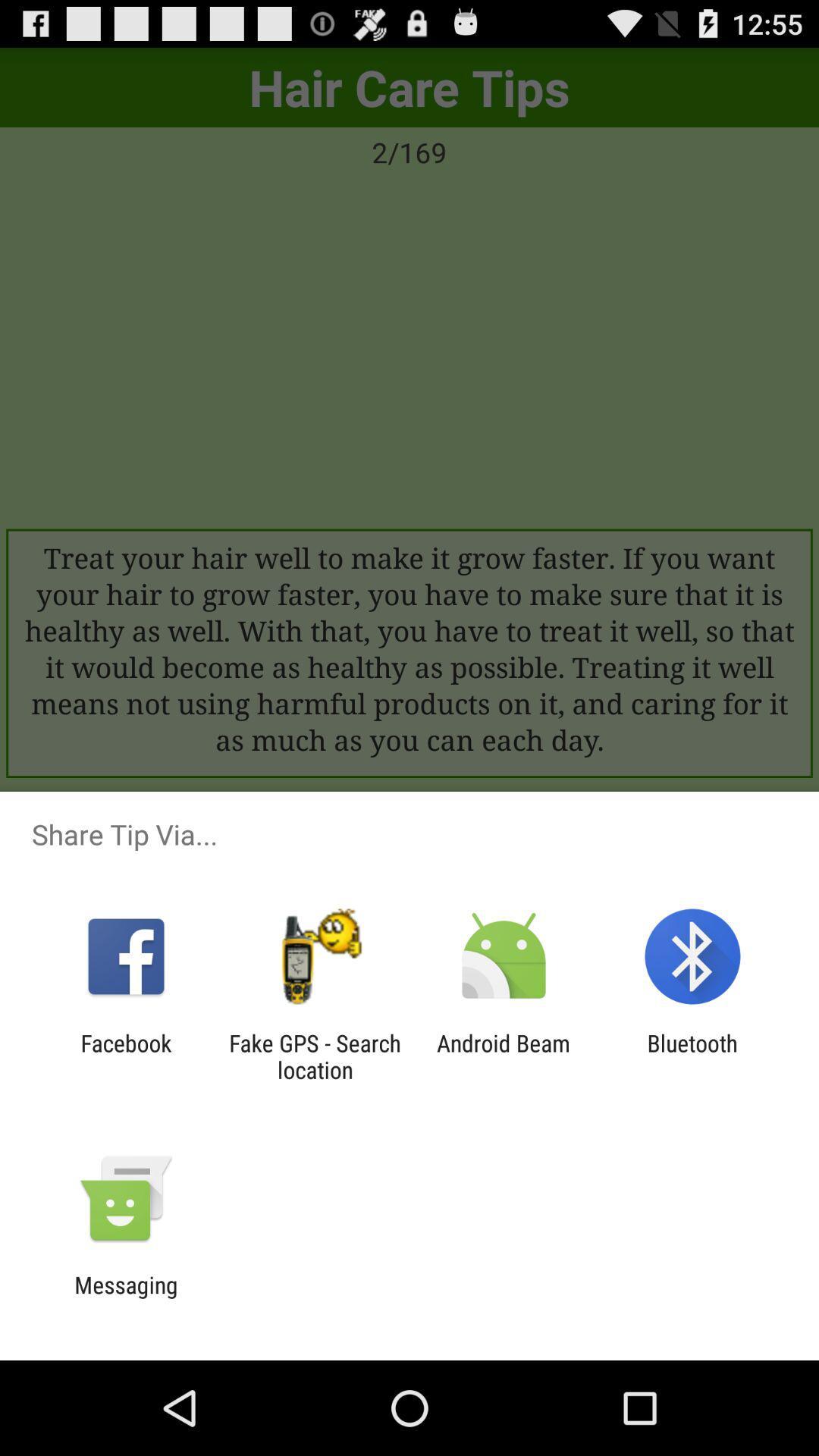 The image size is (819, 1456). Describe the element at coordinates (314, 1056) in the screenshot. I see `fake gps search` at that location.